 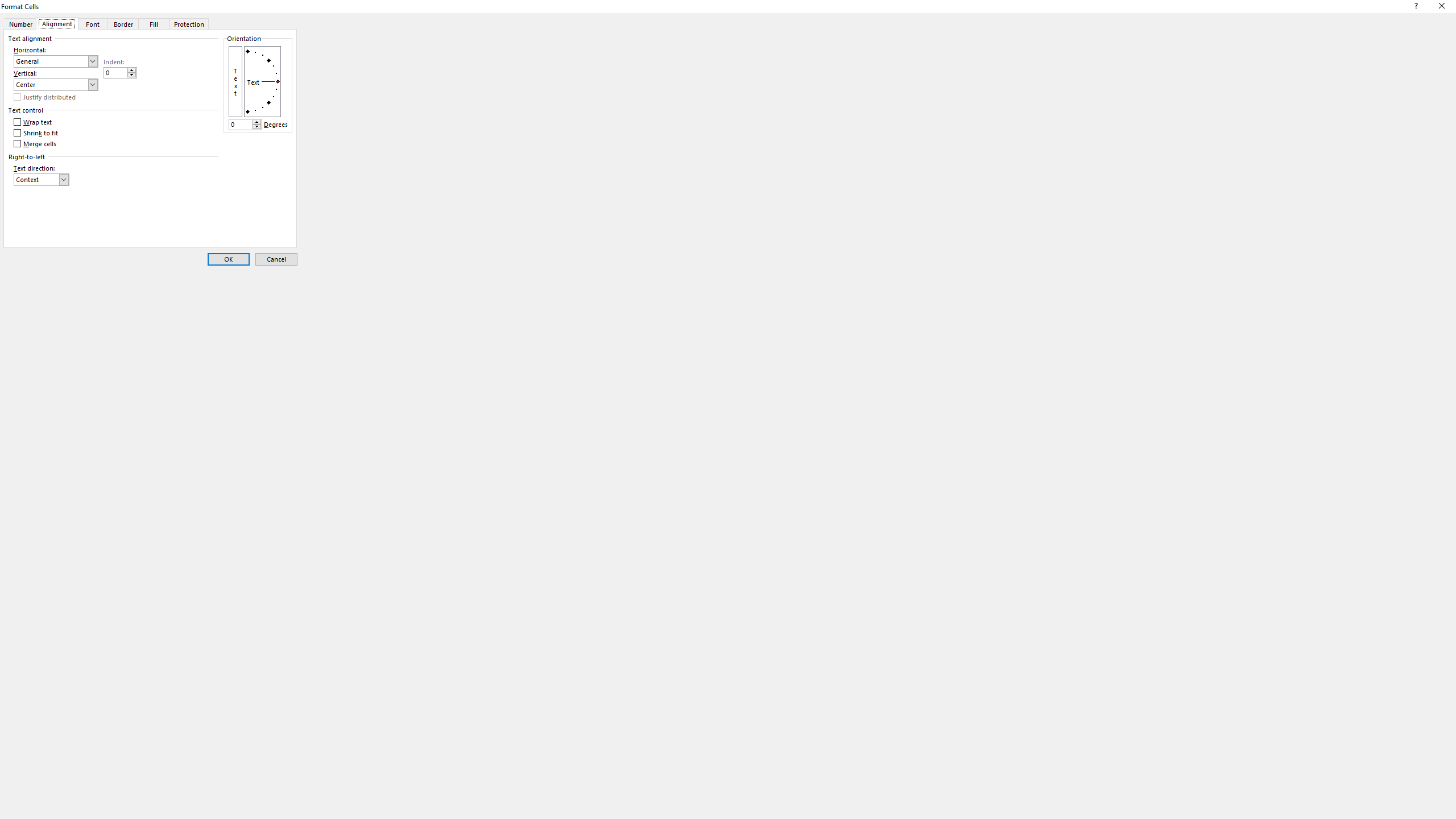 I want to click on 'Font', so click(x=92, y=23).